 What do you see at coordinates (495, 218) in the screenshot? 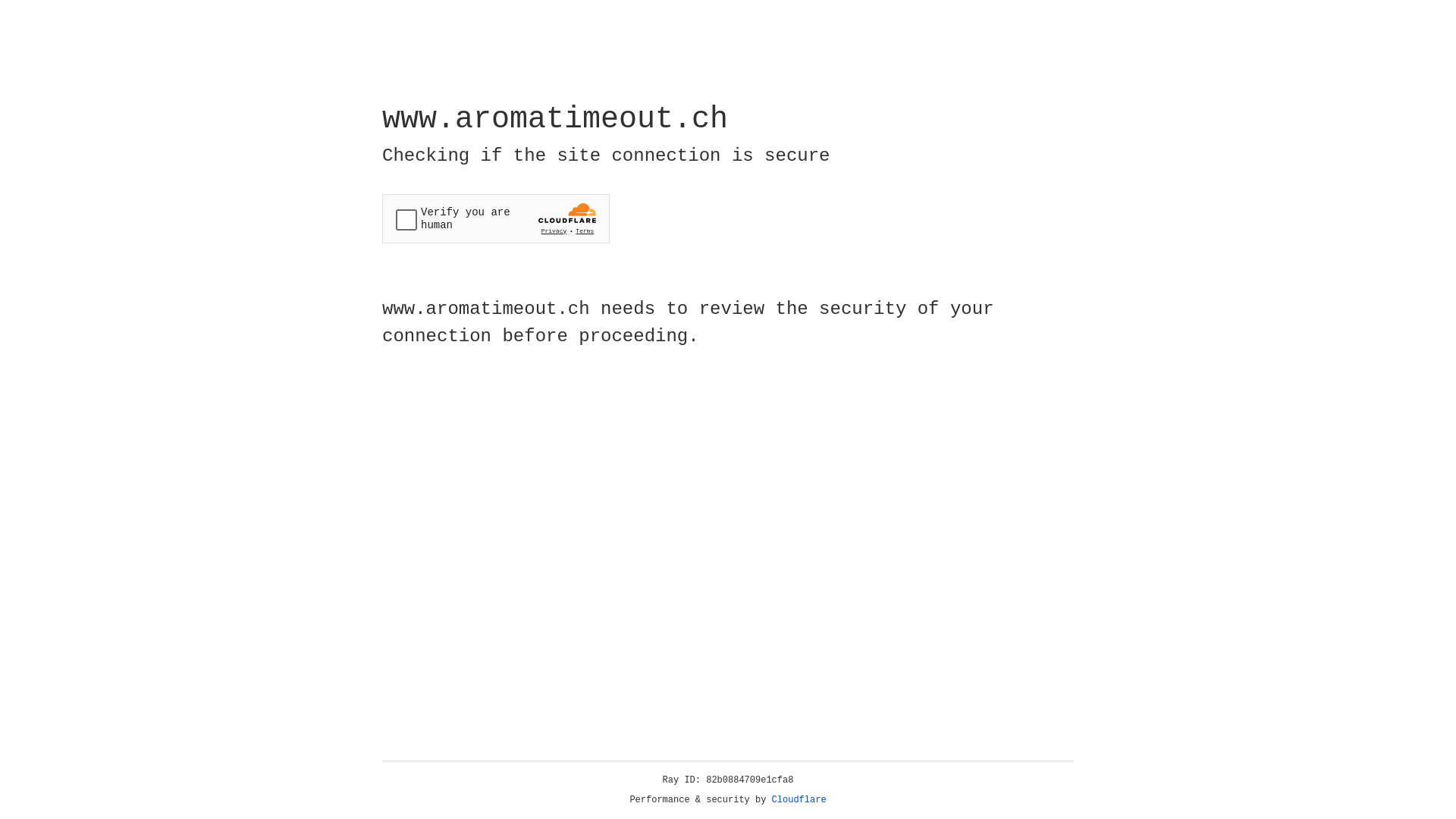
I see `'Widget containing a Cloudflare security challenge'` at bounding box center [495, 218].